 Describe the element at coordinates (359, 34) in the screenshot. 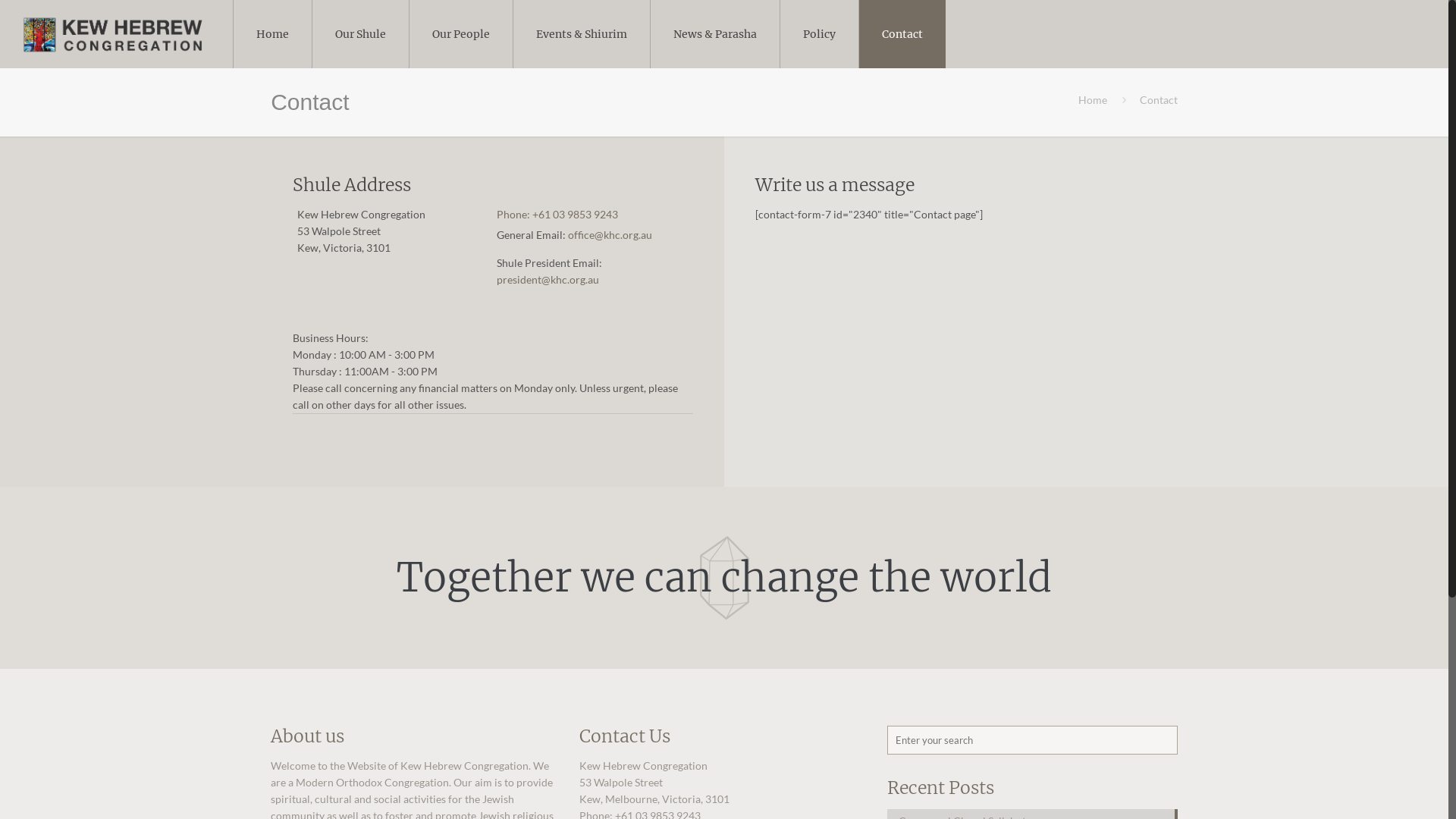

I see `'Our Shule'` at that location.